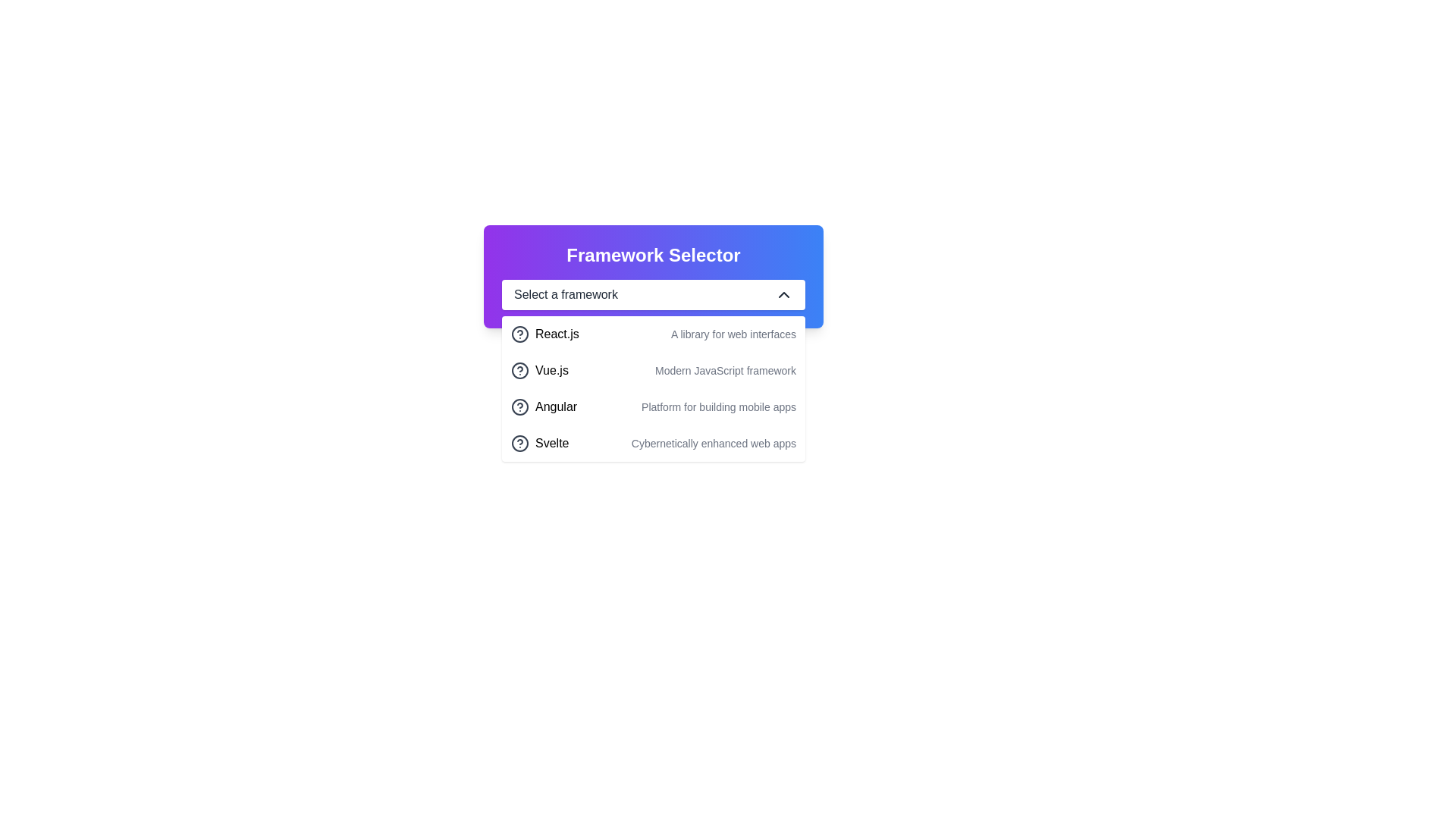 The image size is (1456, 819). Describe the element at coordinates (654, 371) in the screenshot. I see `the second item in the dropdown list` at that location.